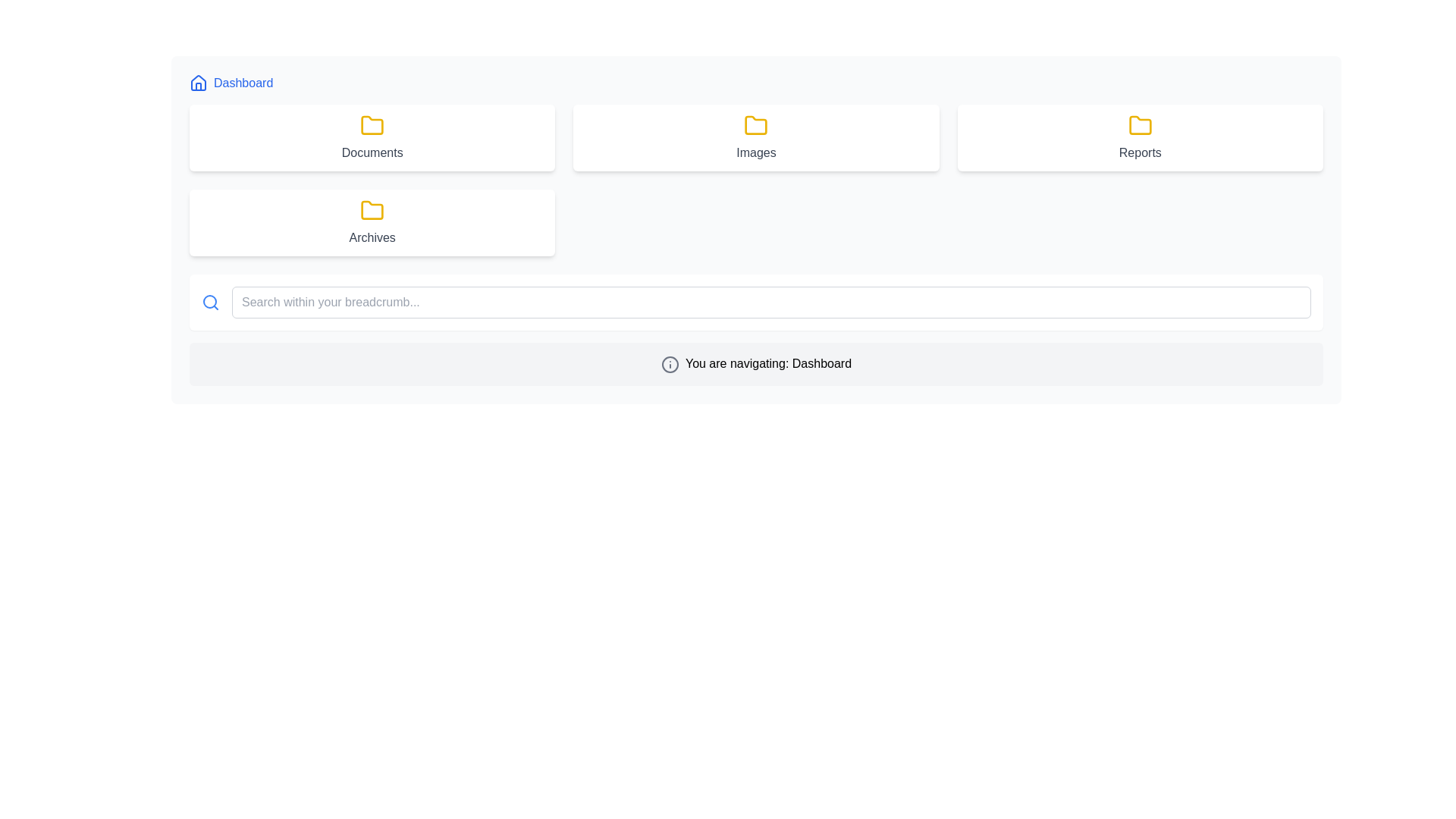 The width and height of the screenshot is (1456, 819). I want to click on the yellow folder outline icon located within the 'Archives' card, centered above the text 'Archives', so click(372, 210).